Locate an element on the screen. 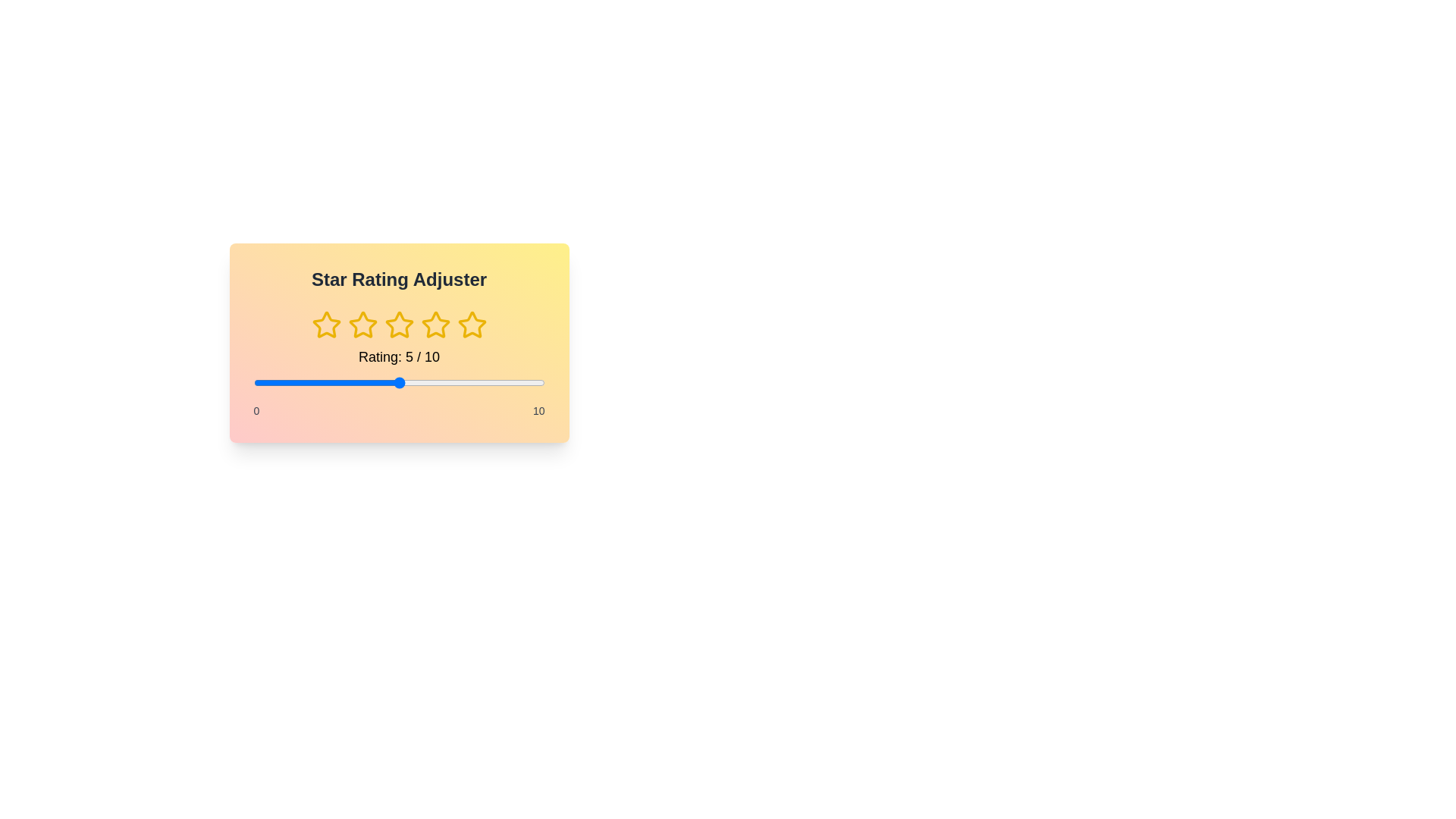 This screenshot has width=1456, height=819. the slider to set the rating to 5 within the range of 0 to 10 is located at coordinates (399, 382).